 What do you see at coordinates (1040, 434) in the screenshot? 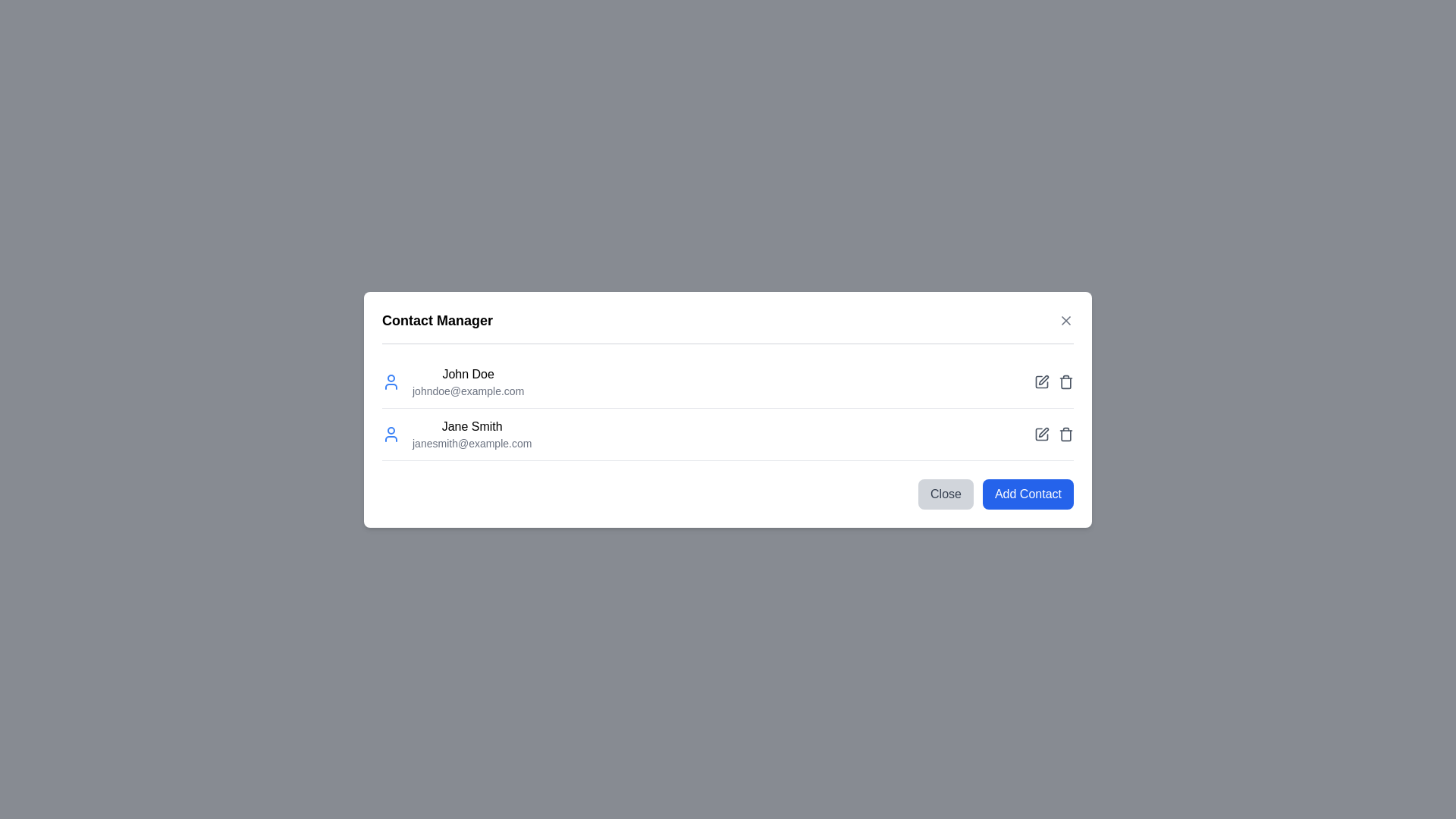
I see `the 'edit' action button for editing the contact information of 'Jane Smith', which is the first icon in the row of action icons on the right side of her entry in the contacts list` at bounding box center [1040, 434].